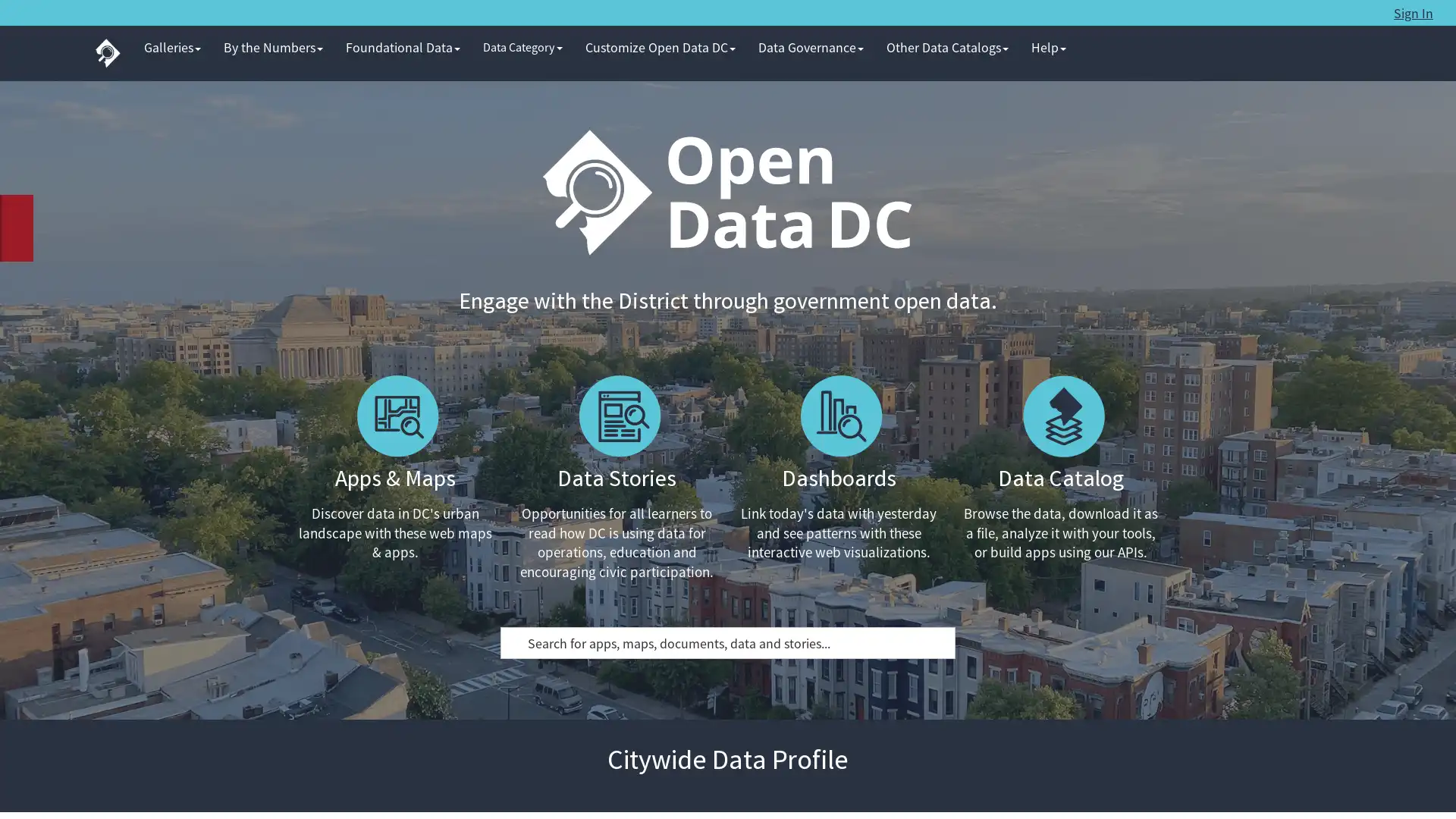 This screenshot has width=1456, height=819. Describe the element at coordinates (1362, 12) in the screenshot. I see `search` at that location.